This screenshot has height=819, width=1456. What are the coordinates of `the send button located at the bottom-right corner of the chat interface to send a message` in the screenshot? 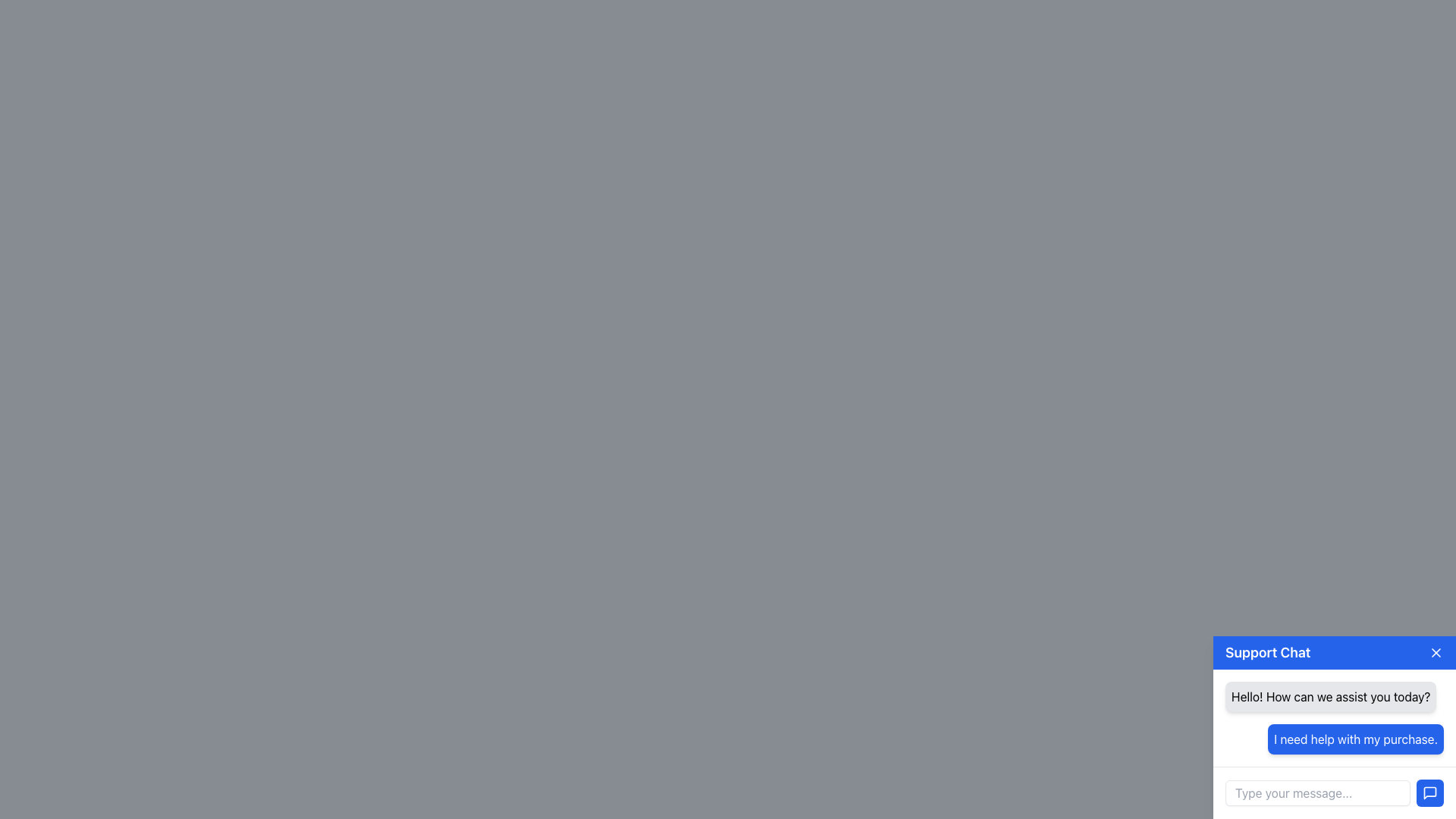 It's located at (1429, 792).